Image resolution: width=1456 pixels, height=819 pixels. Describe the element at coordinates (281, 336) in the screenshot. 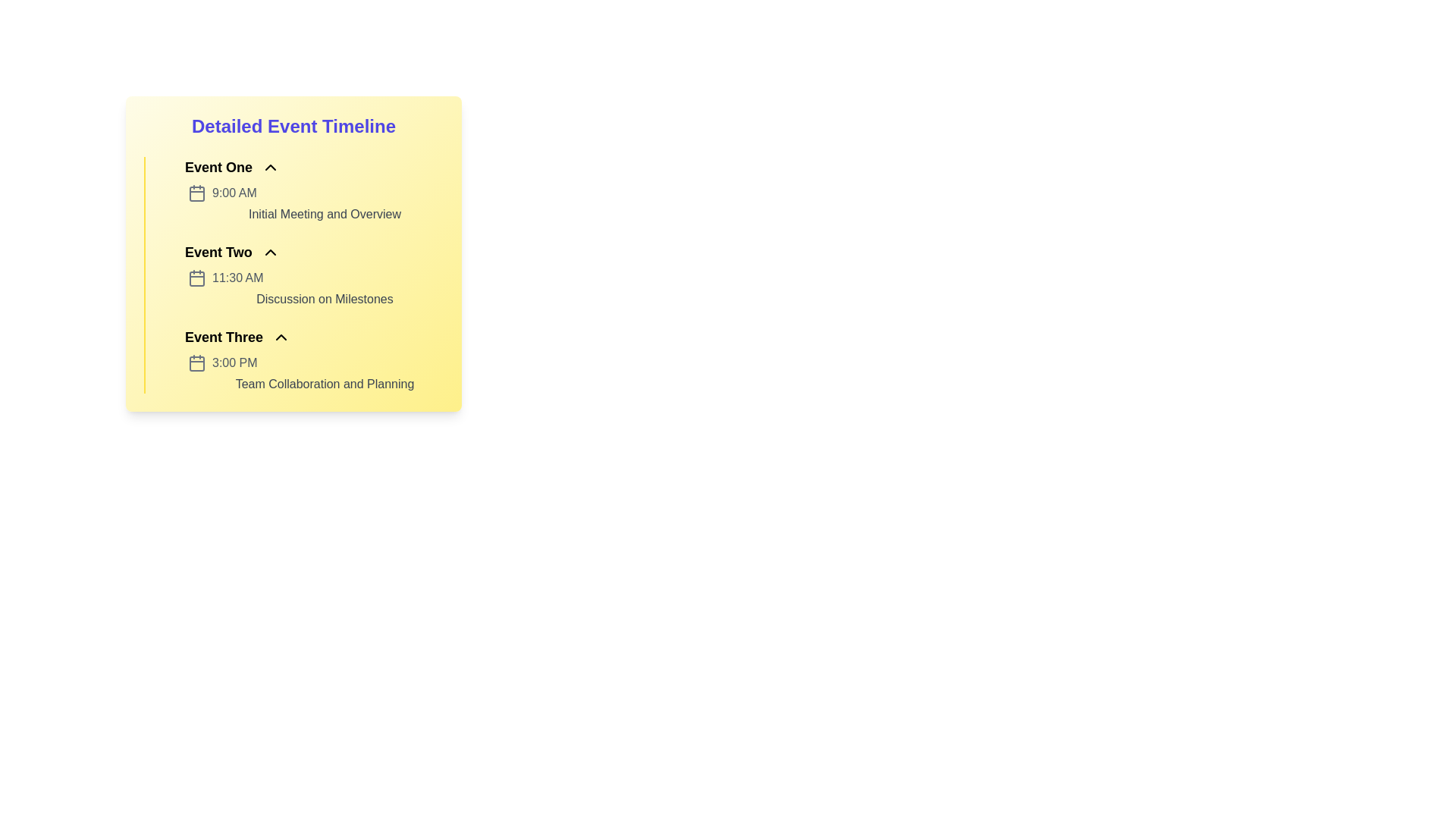

I see `the upward-pointing chevron icon in the 'Detailed Event Timeline' section, which is the third chevron beside the 'Event Three' label` at that location.